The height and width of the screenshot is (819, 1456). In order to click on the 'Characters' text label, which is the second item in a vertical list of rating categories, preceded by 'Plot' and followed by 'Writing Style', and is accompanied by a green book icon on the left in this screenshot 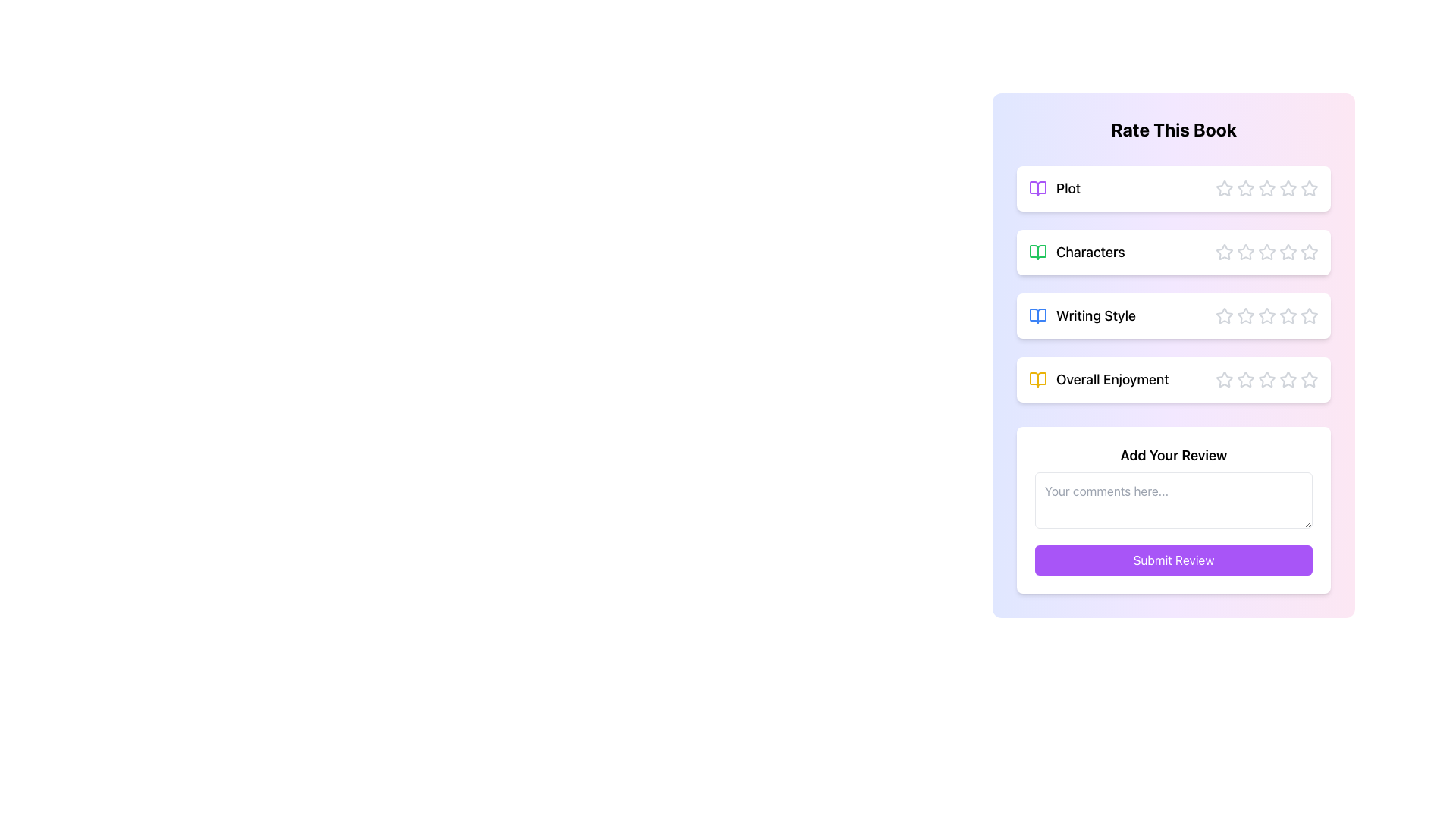, I will do `click(1090, 251)`.